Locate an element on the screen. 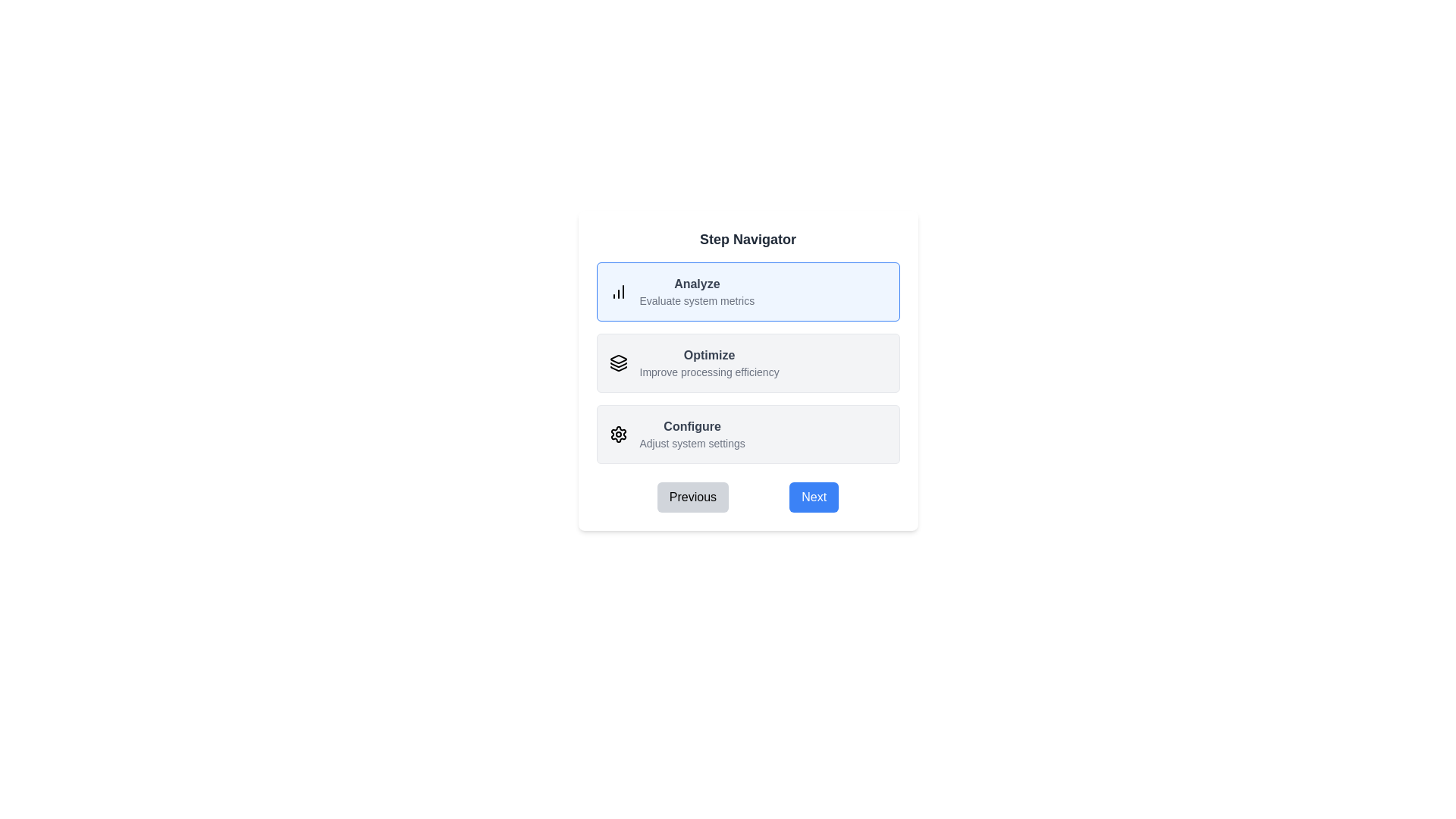 This screenshot has height=819, width=1456. the middle icon in the group of three icons in the Step Navigator interface, which visually represents optimization or layering and is located near the text 'Optimize' is located at coordinates (618, 365).